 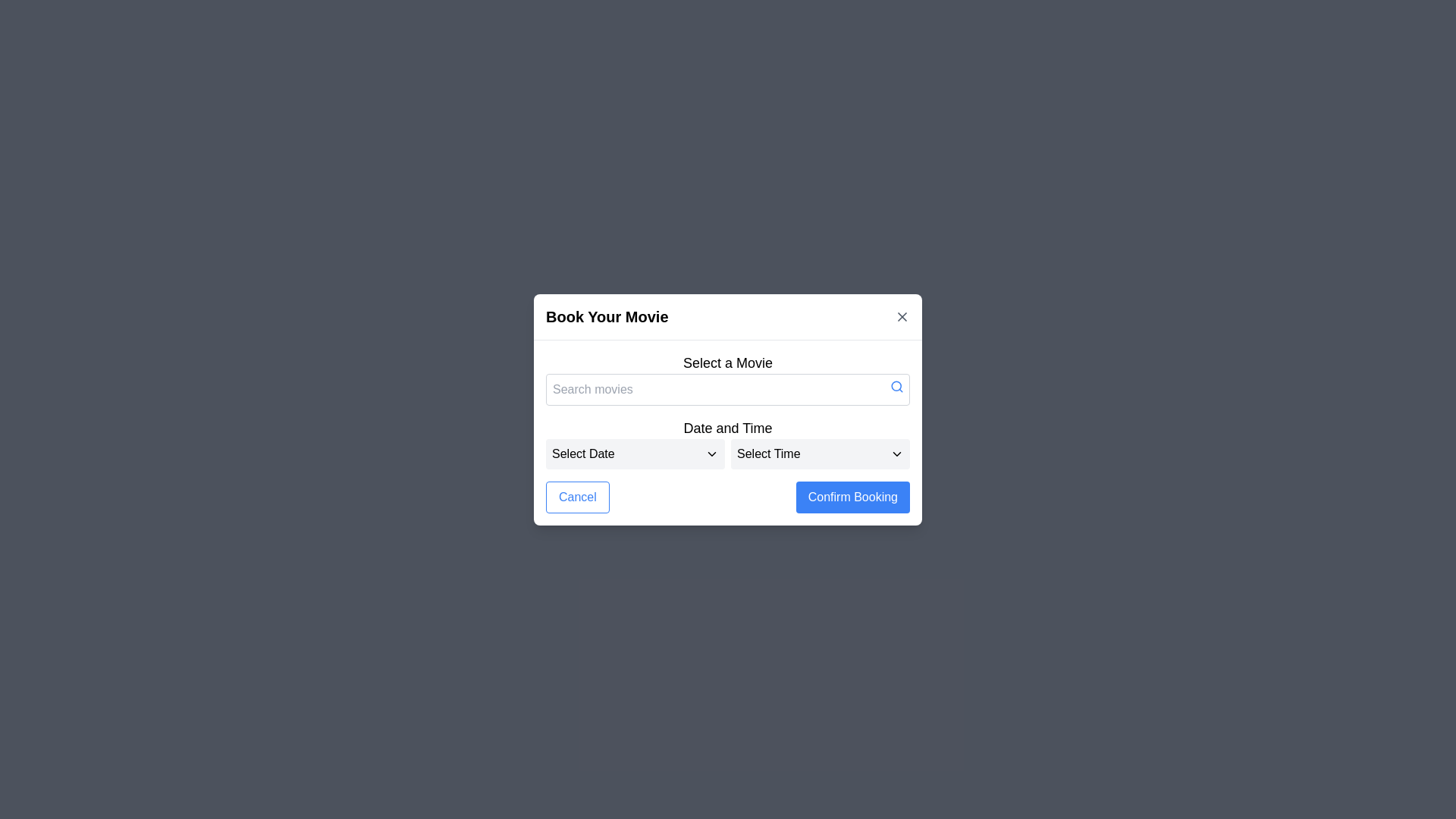 I want to click on the blue magnifying glass icon located at the right end of the search bar in the 'Book Your Movie' modal, so click(x=896, y=385).